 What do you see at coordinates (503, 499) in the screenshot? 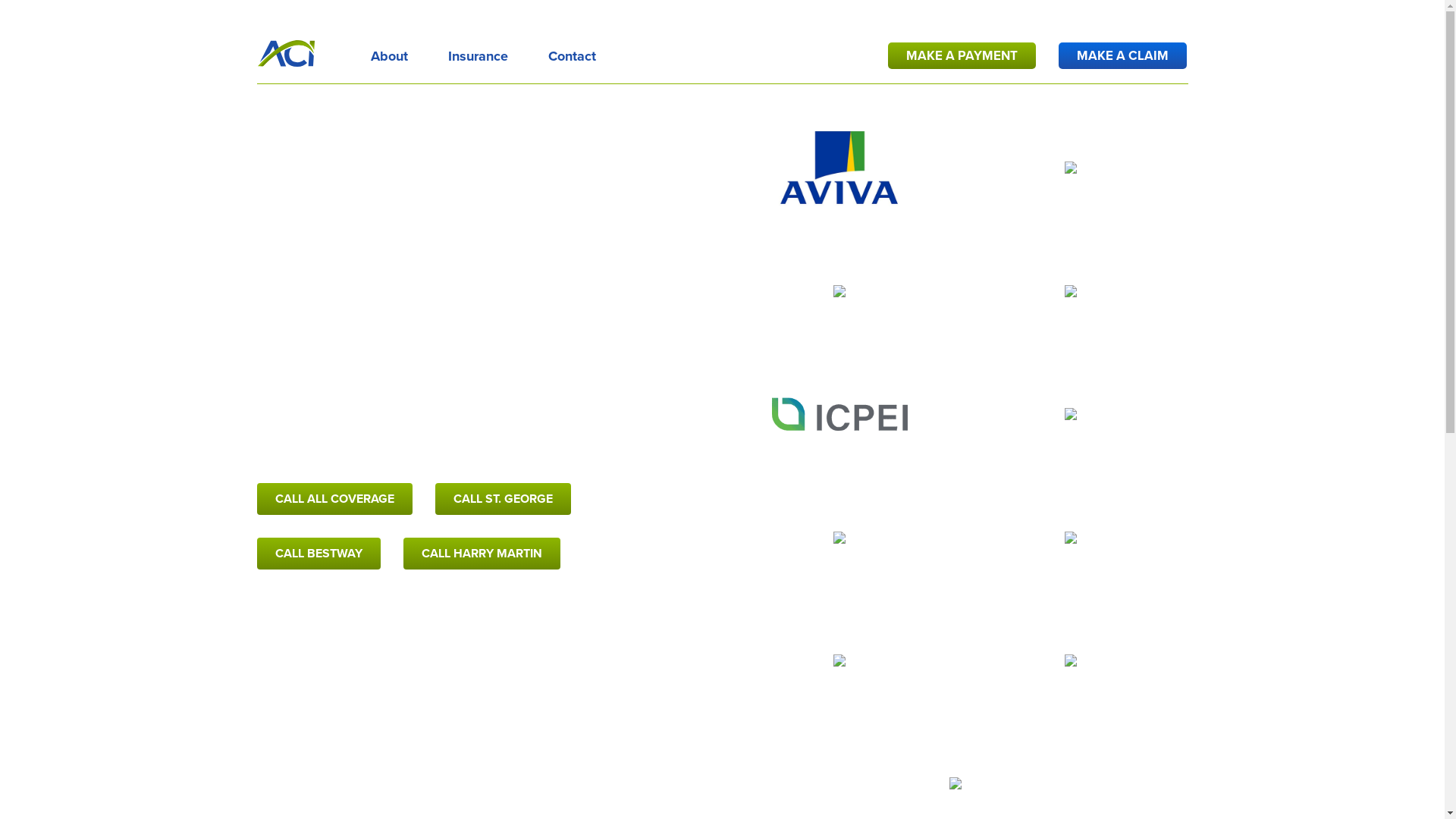
I see `'CALL ST. GEORGE'` at bounding box center [503, 499].